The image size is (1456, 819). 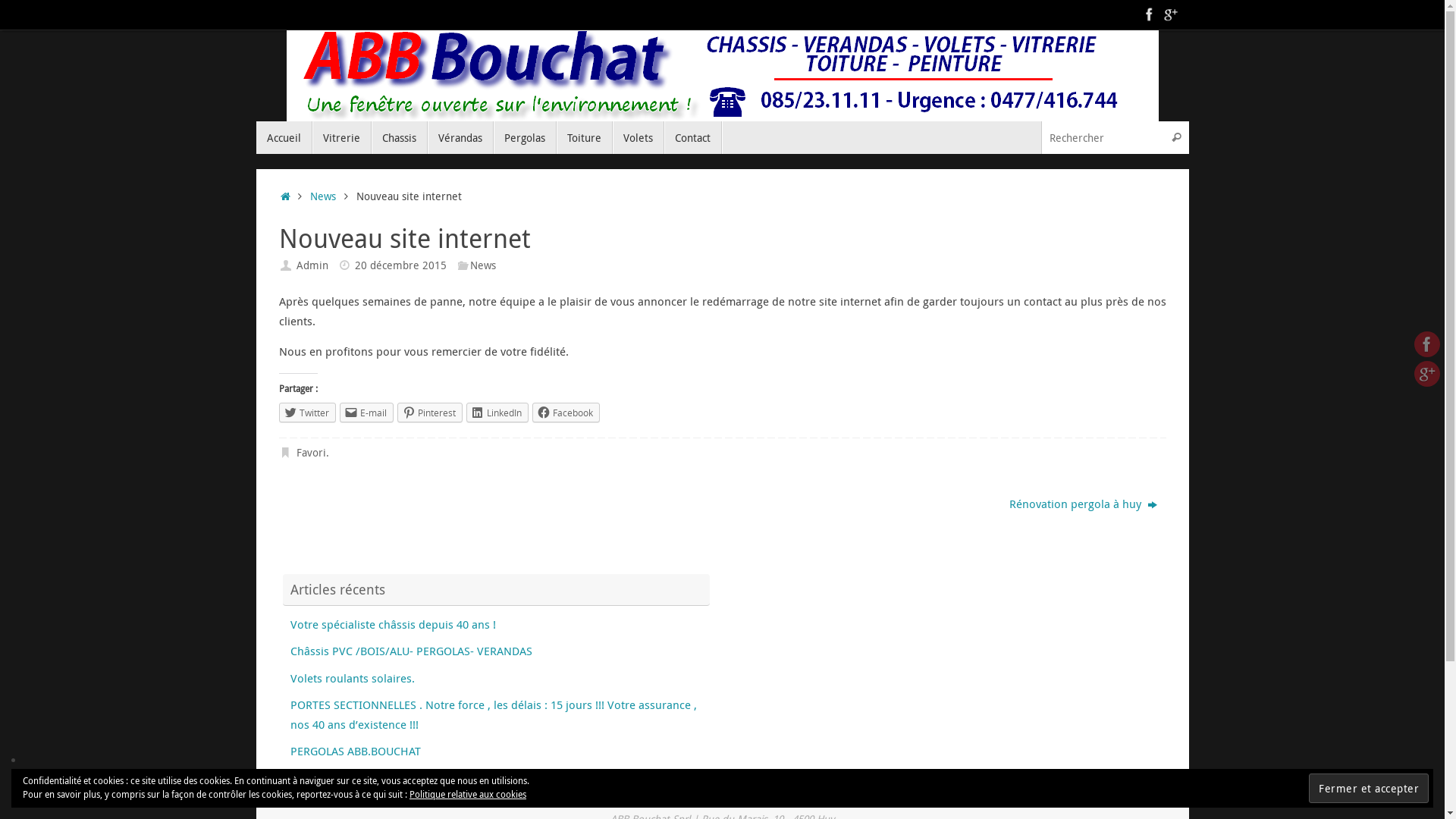 I want to click on 'Toiture', so click(x=584, y=137).